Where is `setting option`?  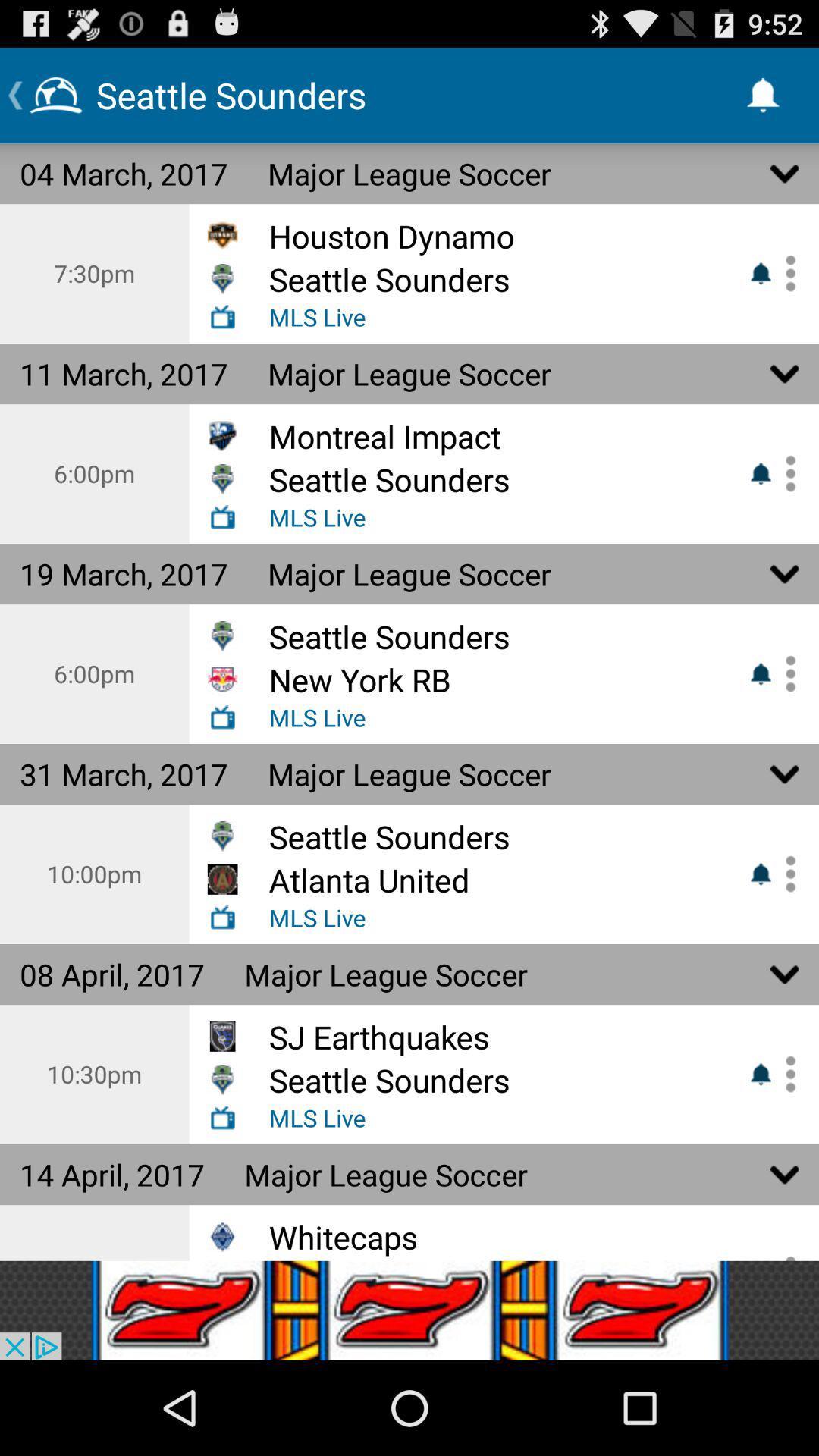
setting option is located at coordinates (785, 472).